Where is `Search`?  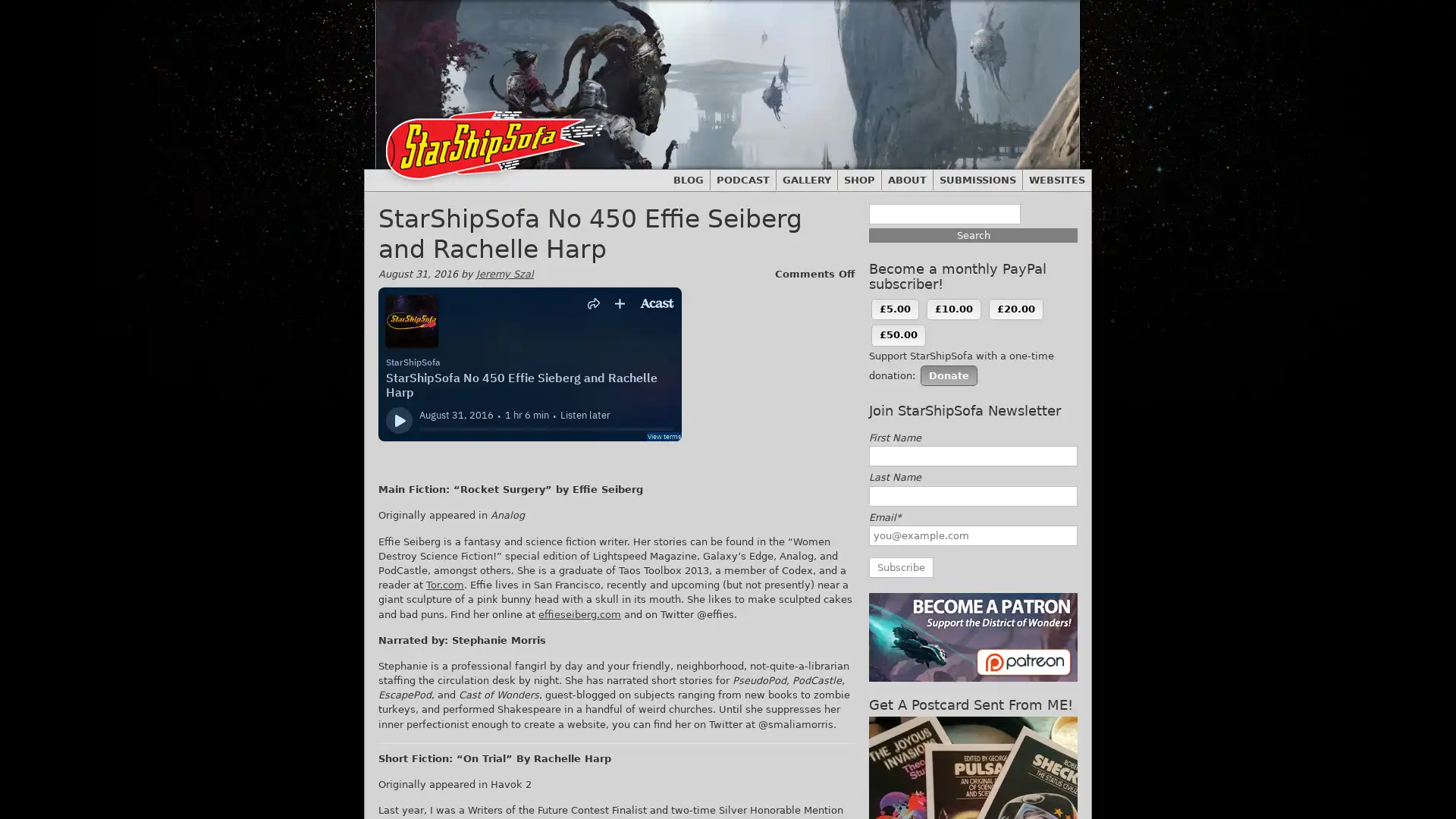 Search is located at coordinates (973, 235).